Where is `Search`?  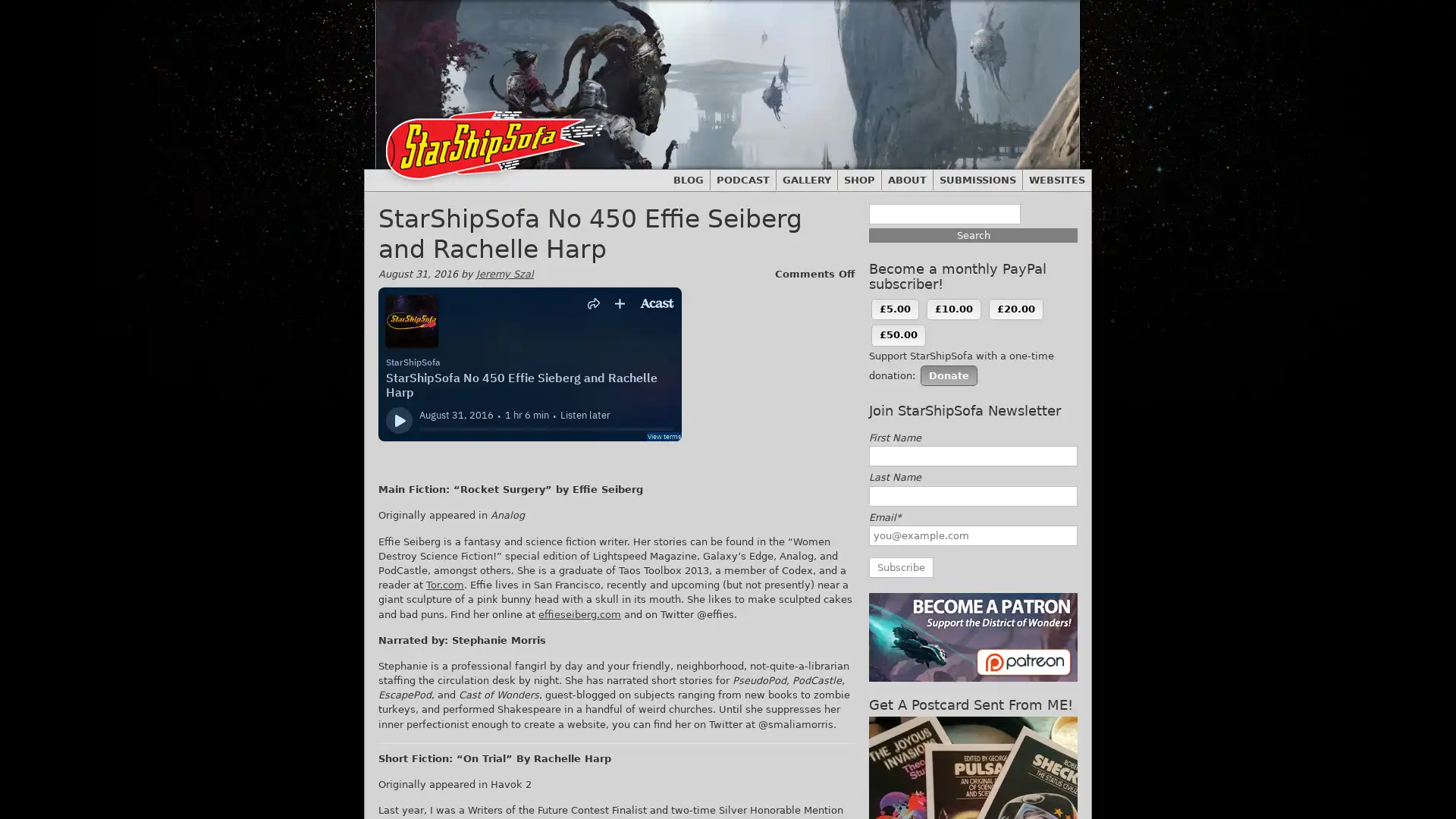 Search is located at coordinates (973, 235).